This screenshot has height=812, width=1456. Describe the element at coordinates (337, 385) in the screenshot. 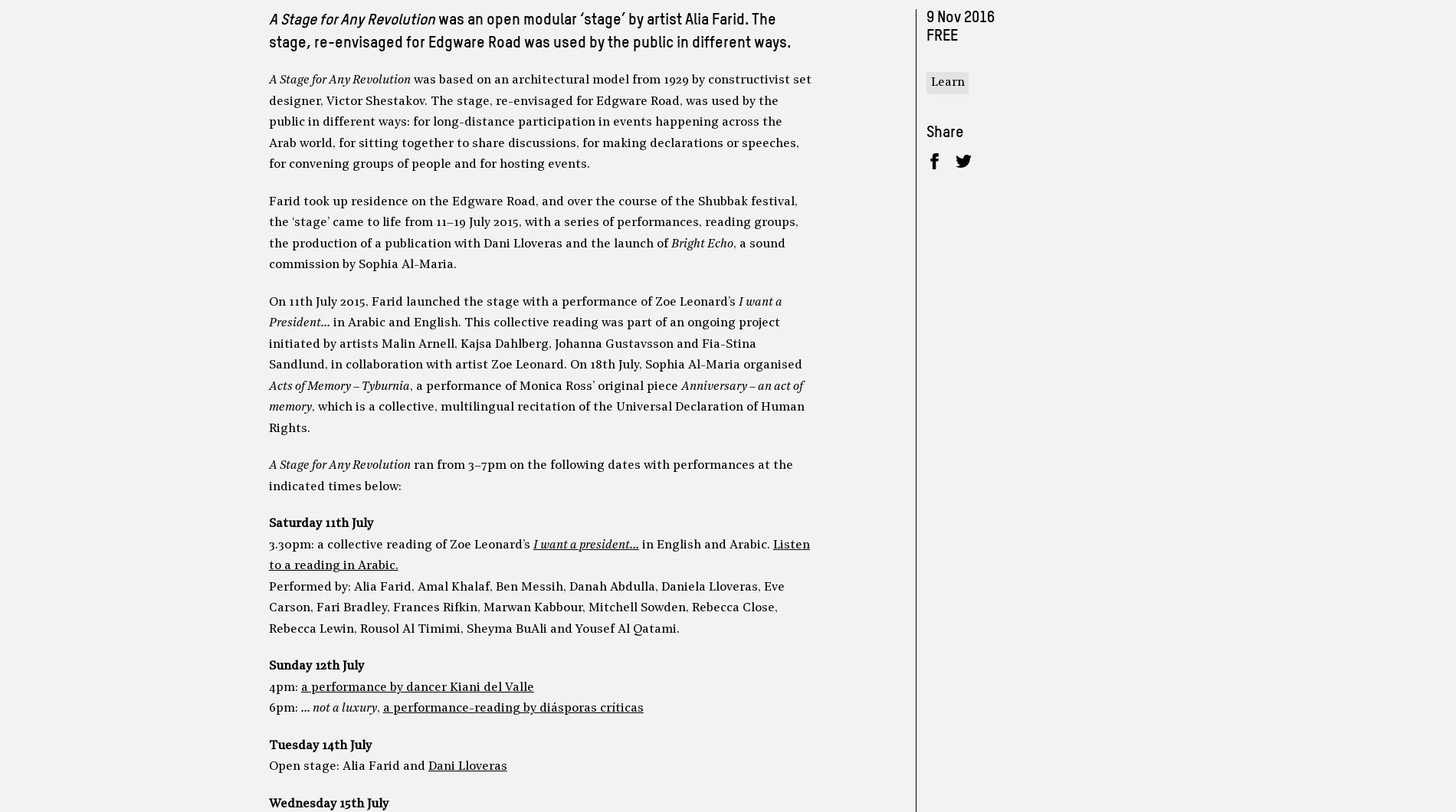

I see `'Acts of Memory – Tyburnia'` at that location.